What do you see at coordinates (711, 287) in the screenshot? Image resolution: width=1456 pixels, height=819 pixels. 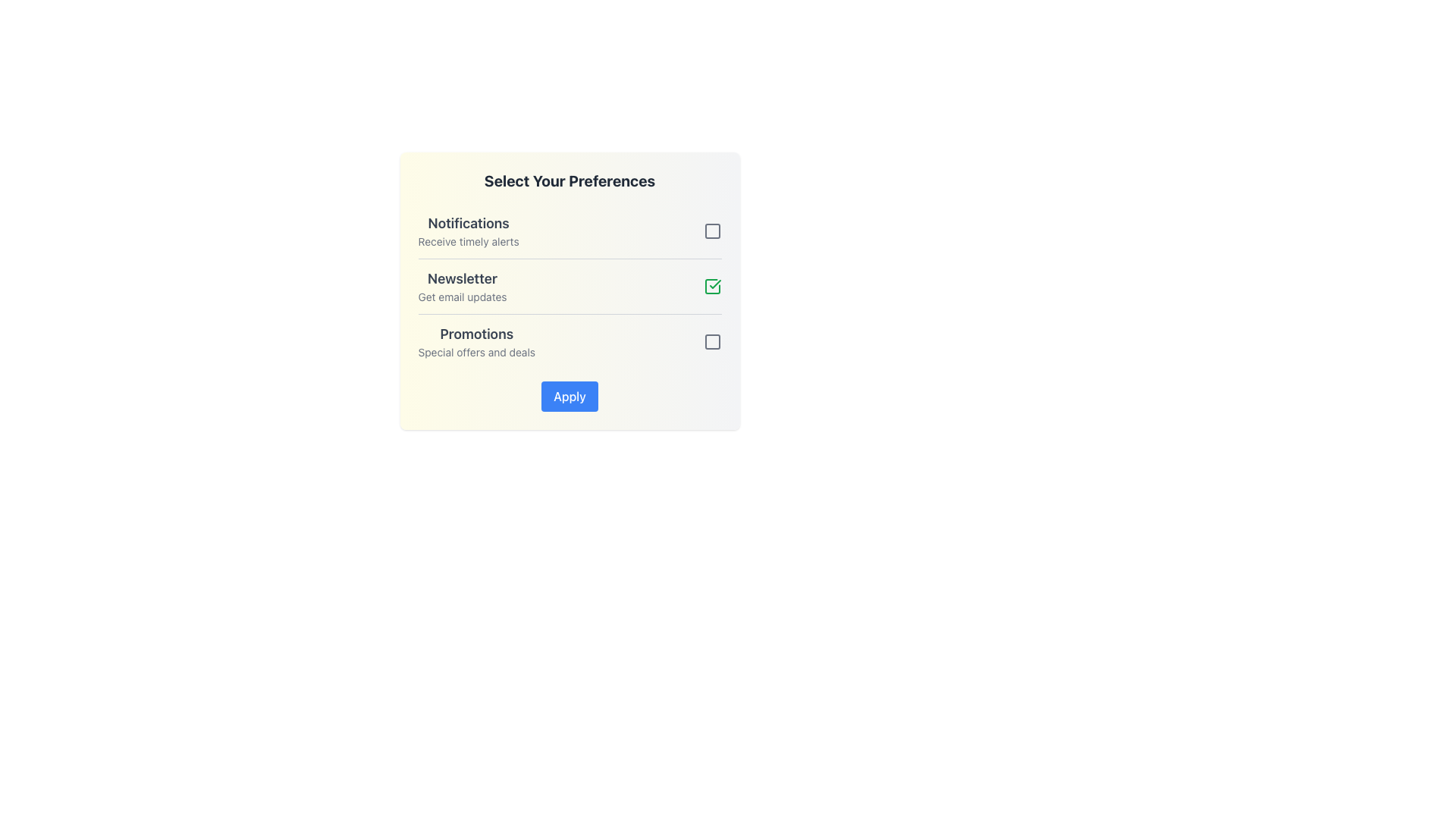 I see `the checkbox` at bounding box center [711, 287].